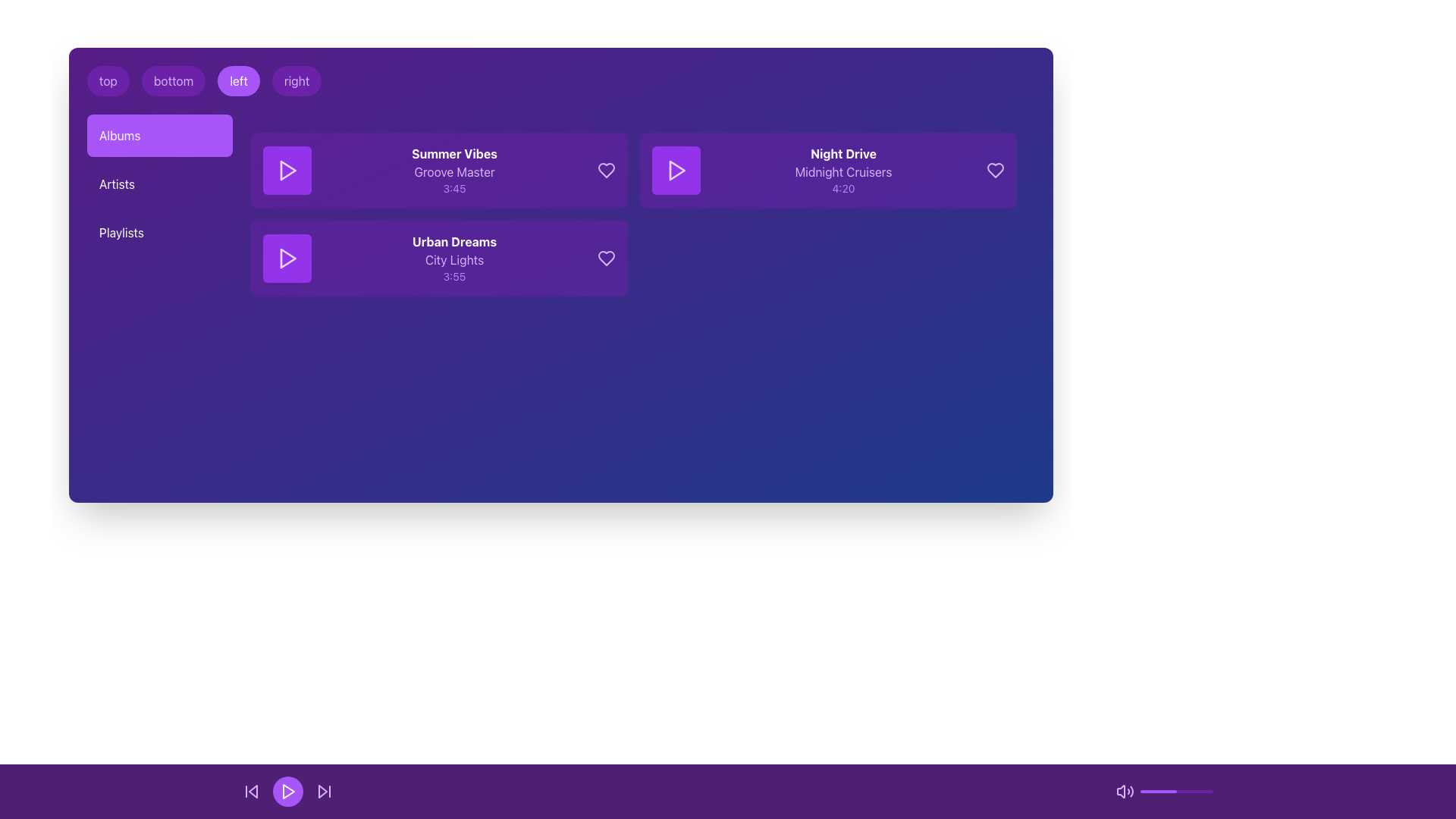 The width and height of the screenshot is (1456, 819). What do you see at coordinates (287, 791) in the screenshot?
I see `the round purple button featuring a white play icon in the center using keyboard navigation` at bounding box center [287, 791].